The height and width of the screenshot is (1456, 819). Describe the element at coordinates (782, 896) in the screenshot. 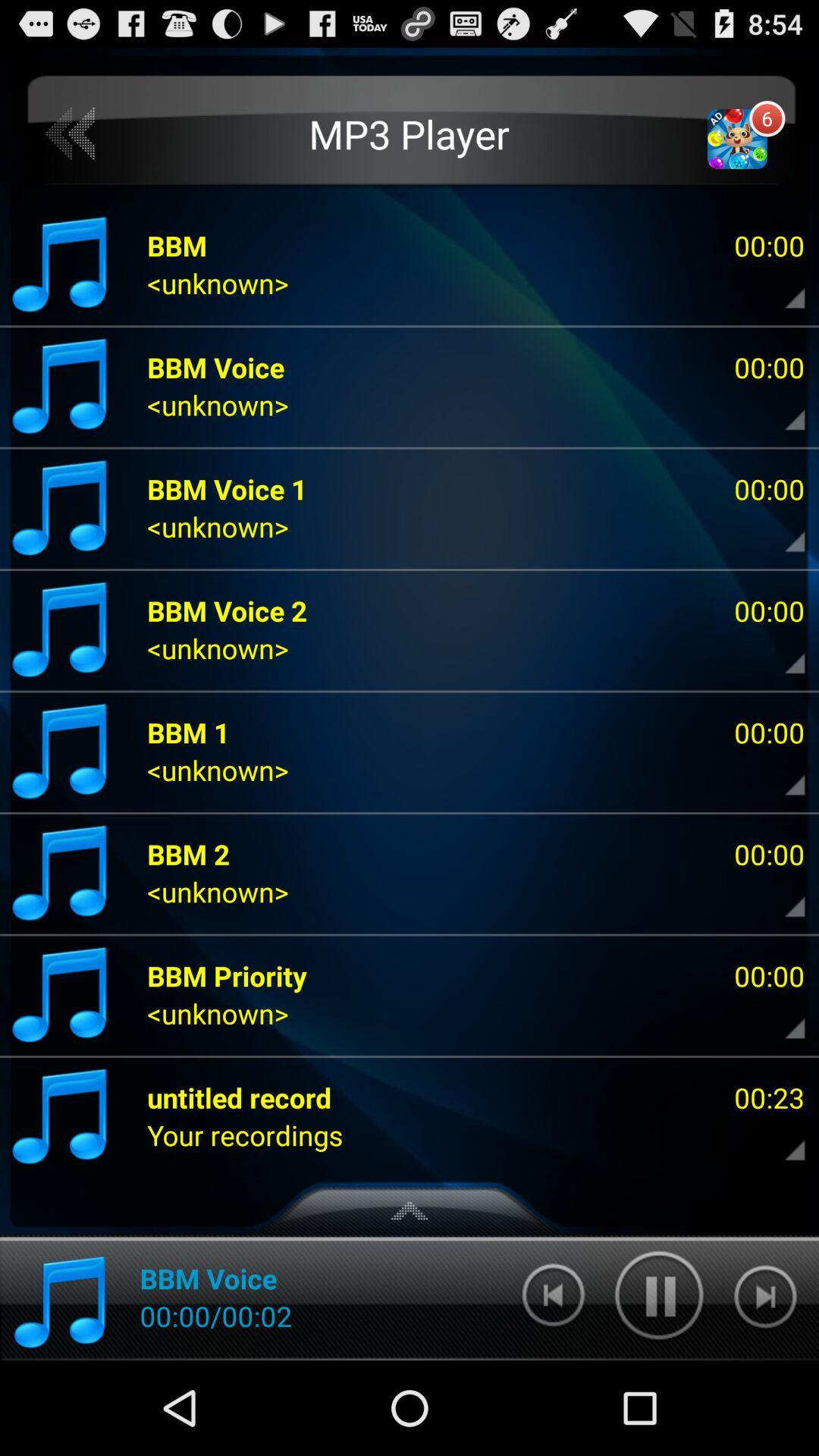

I see `menu` at that location.